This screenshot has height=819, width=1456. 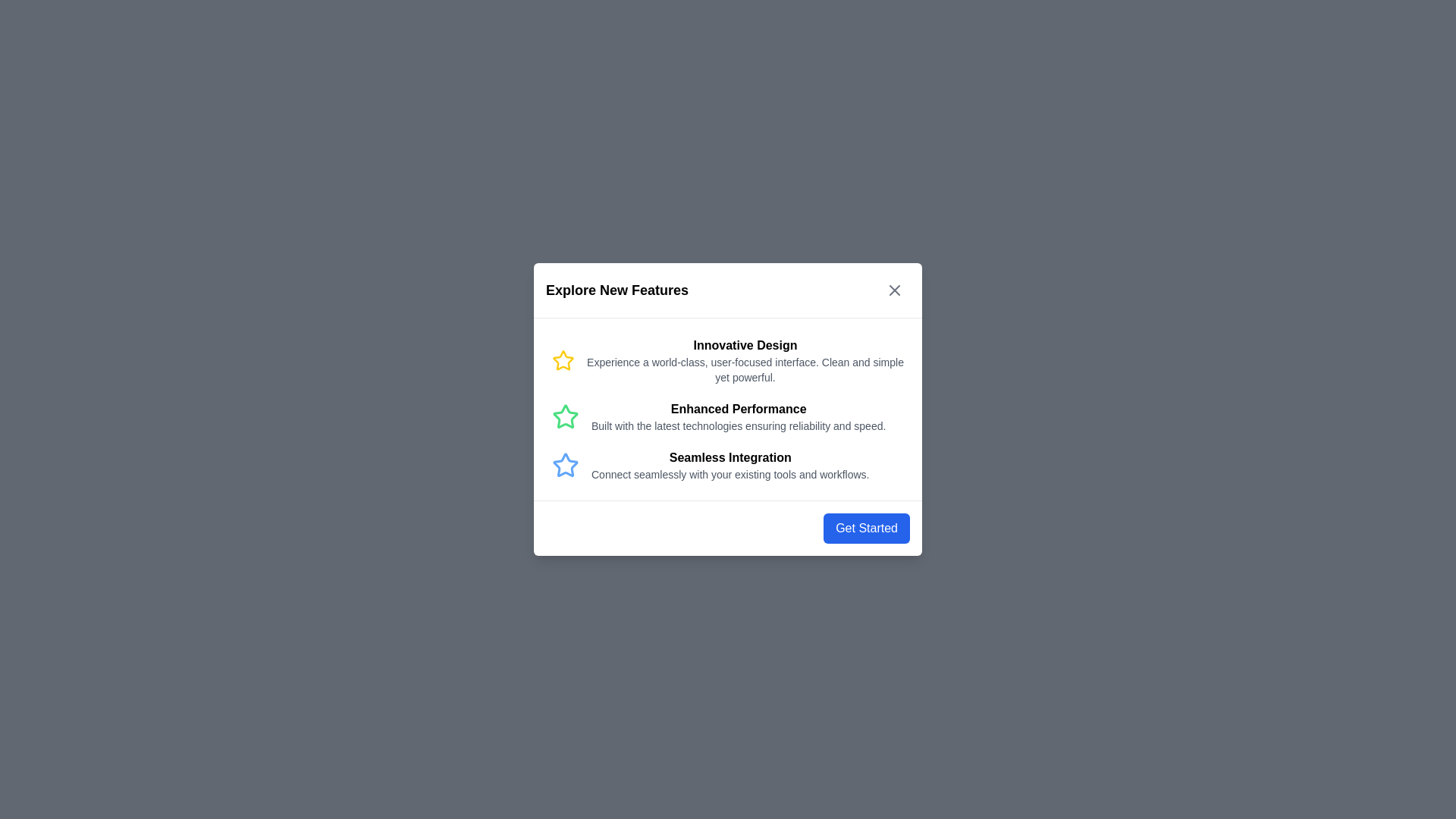 What do you see at coordinates (564, 417) in the screenshot?
I see `the star icon with a green outline, located to the left of the 'Enhanced Performance' text block, as part of the context` at bounding box center [564, 417].